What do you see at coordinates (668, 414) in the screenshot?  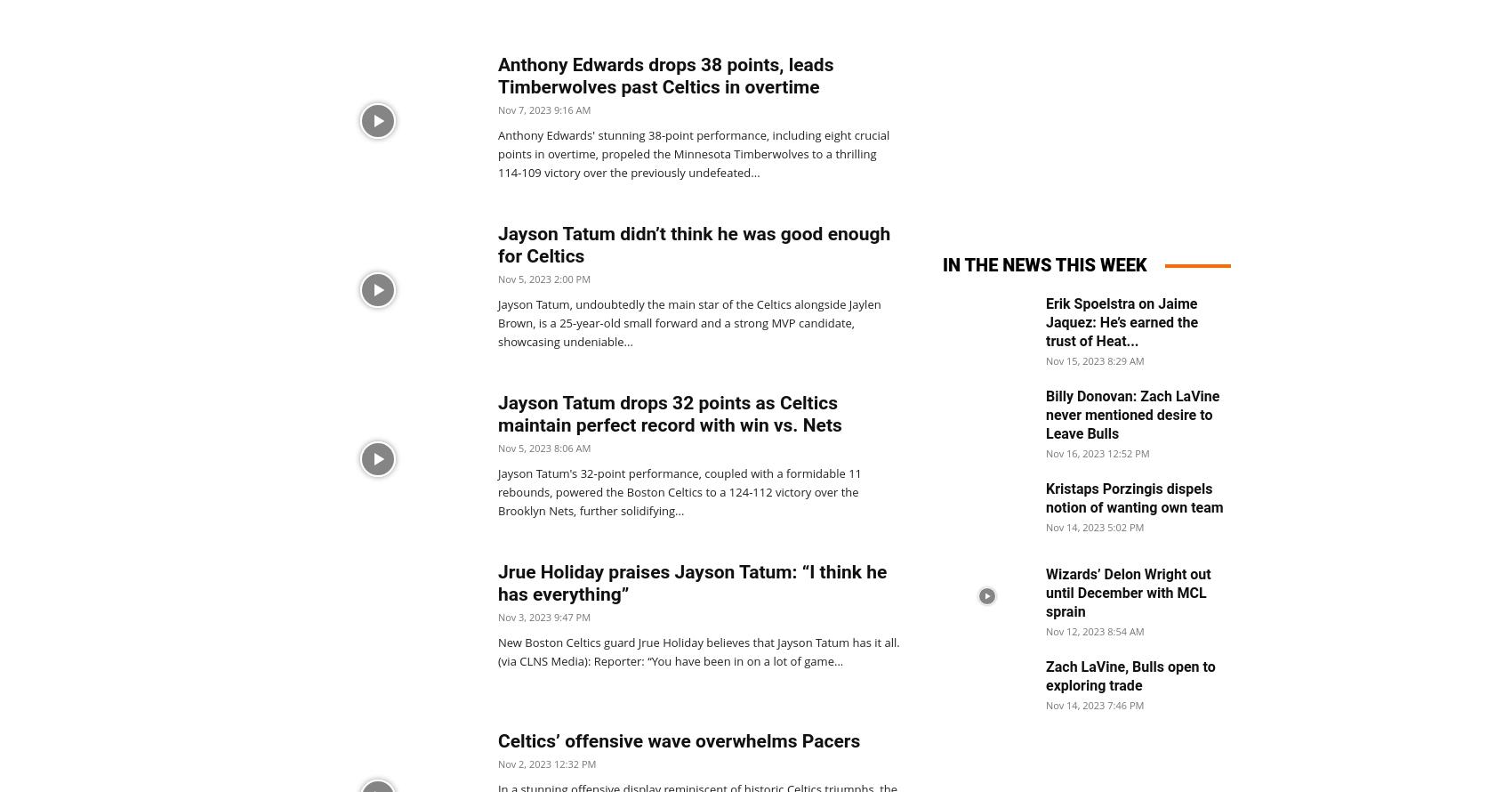 I see `'Jayson Tatum drops 32 points as Celtics maintain perfect record with win vs. Nets'` at bounding box center [668, 414].